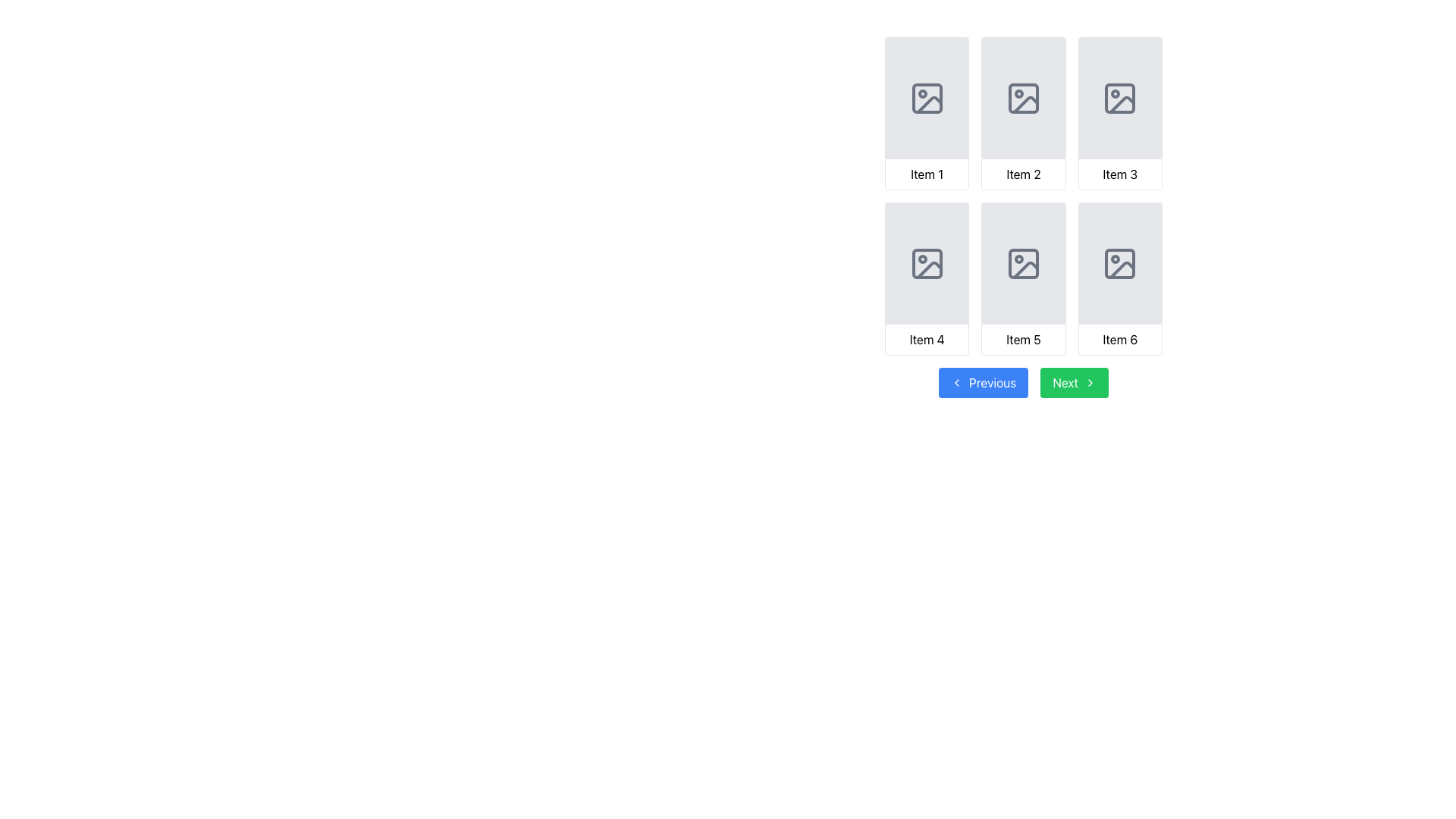  What do you see at coordinates (1023, 195) in the screenshot?
I see `the grid layout containing six items with placeholder icons and labels, located near the center of the layout` at bounding box center [1023, 195].